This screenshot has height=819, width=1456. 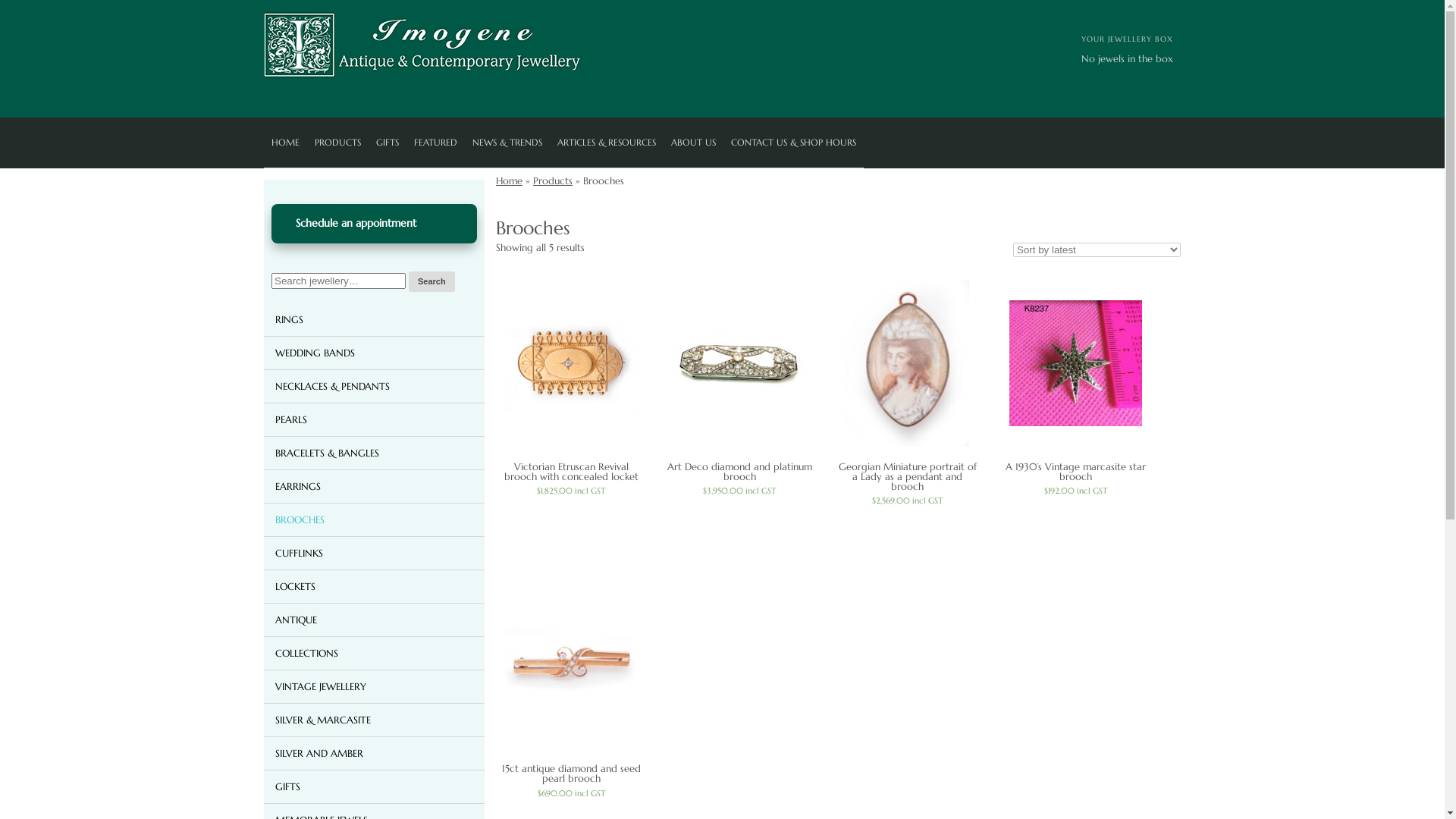 What do you see at coordinates (552, 180) in the screenshot?
I see `'Products'` at bounding box center [552, 180].